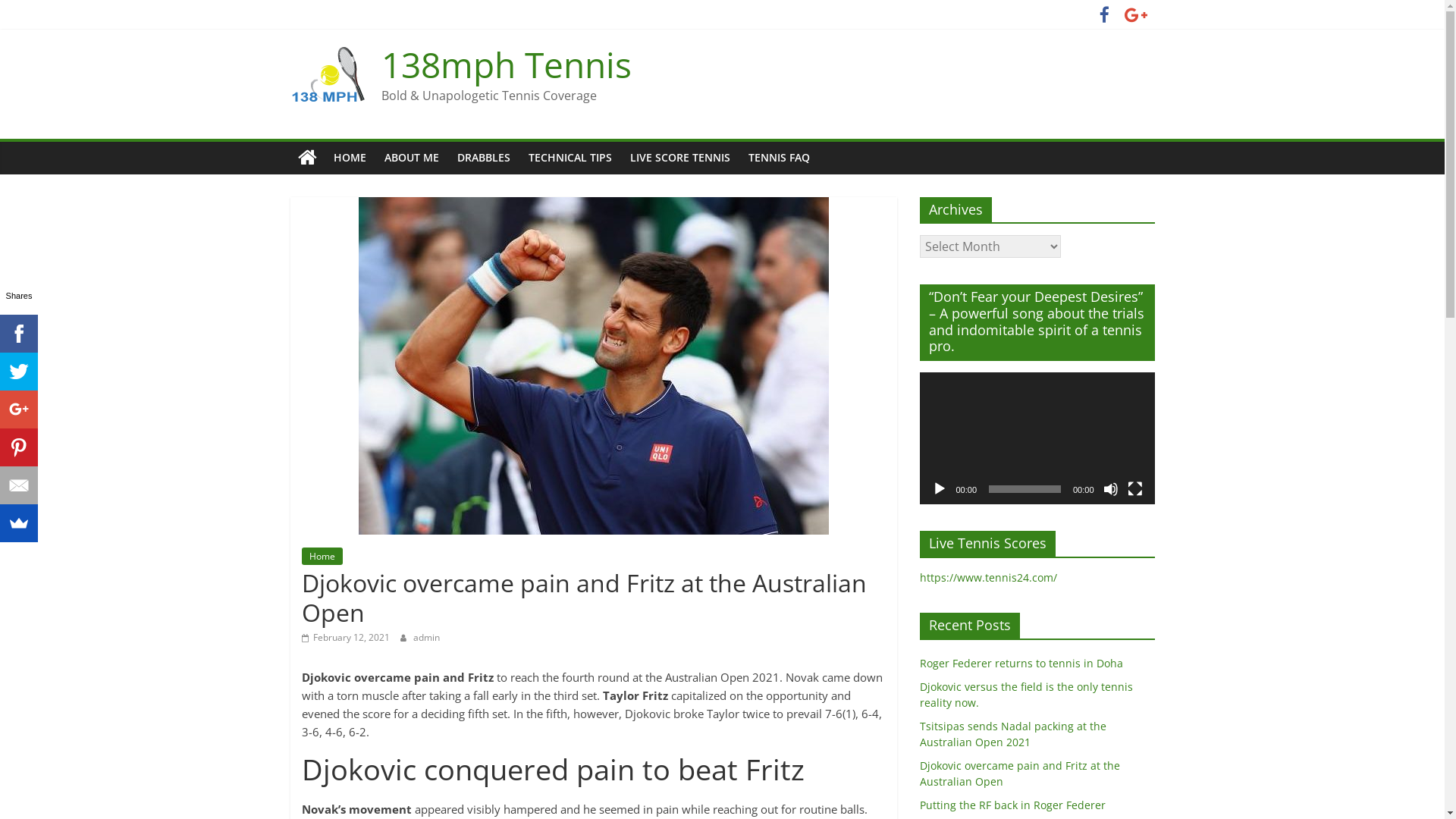 Image resolution: width=1456 pixels, height=819 pixels. I want to click on 'Roger Federer returns to tennis in Doha', so click(918, 662).